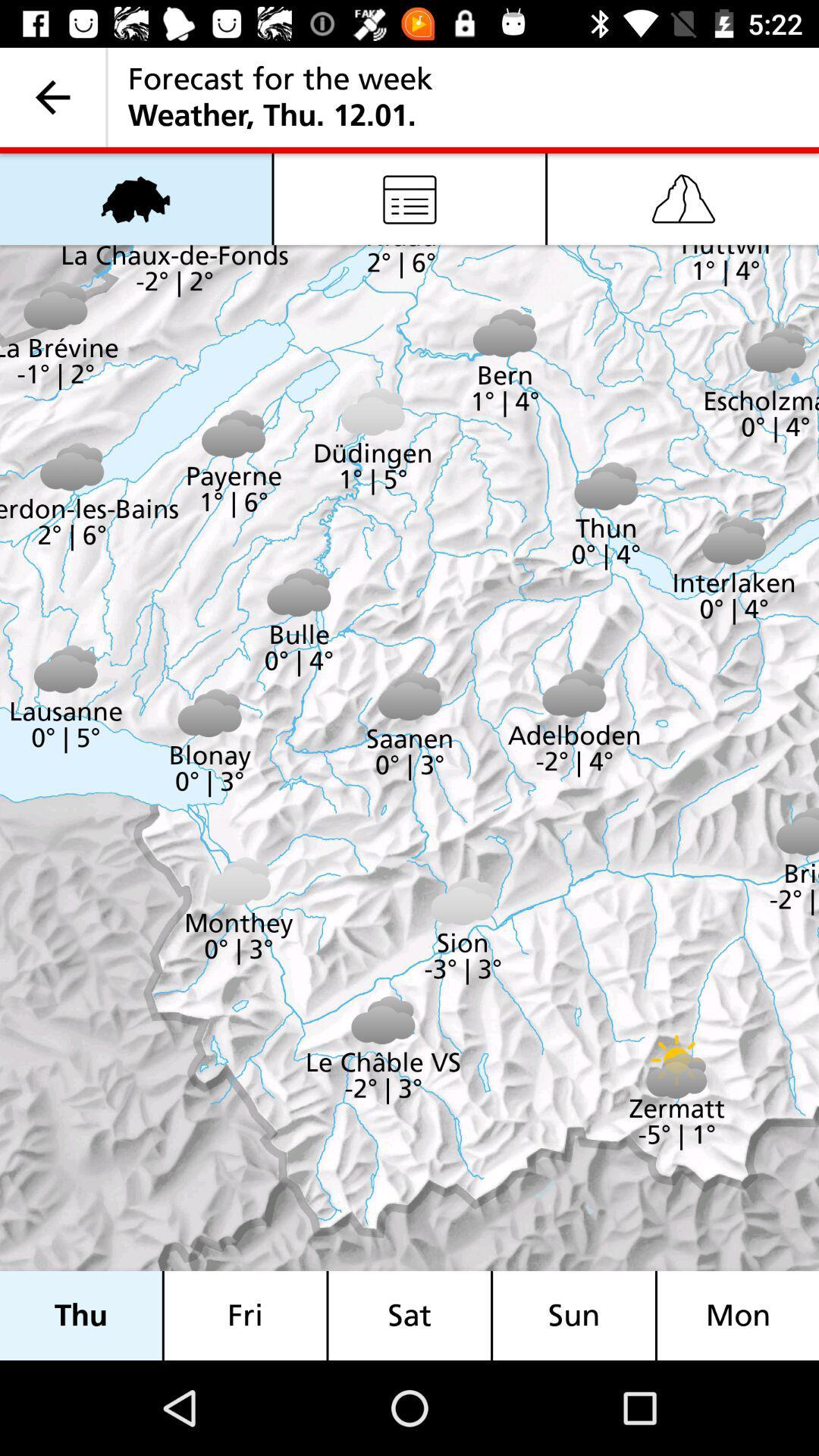  Describe the element at coordinates (737, 1315) in the screenshot. I see `icon next to sun icon` at that location.